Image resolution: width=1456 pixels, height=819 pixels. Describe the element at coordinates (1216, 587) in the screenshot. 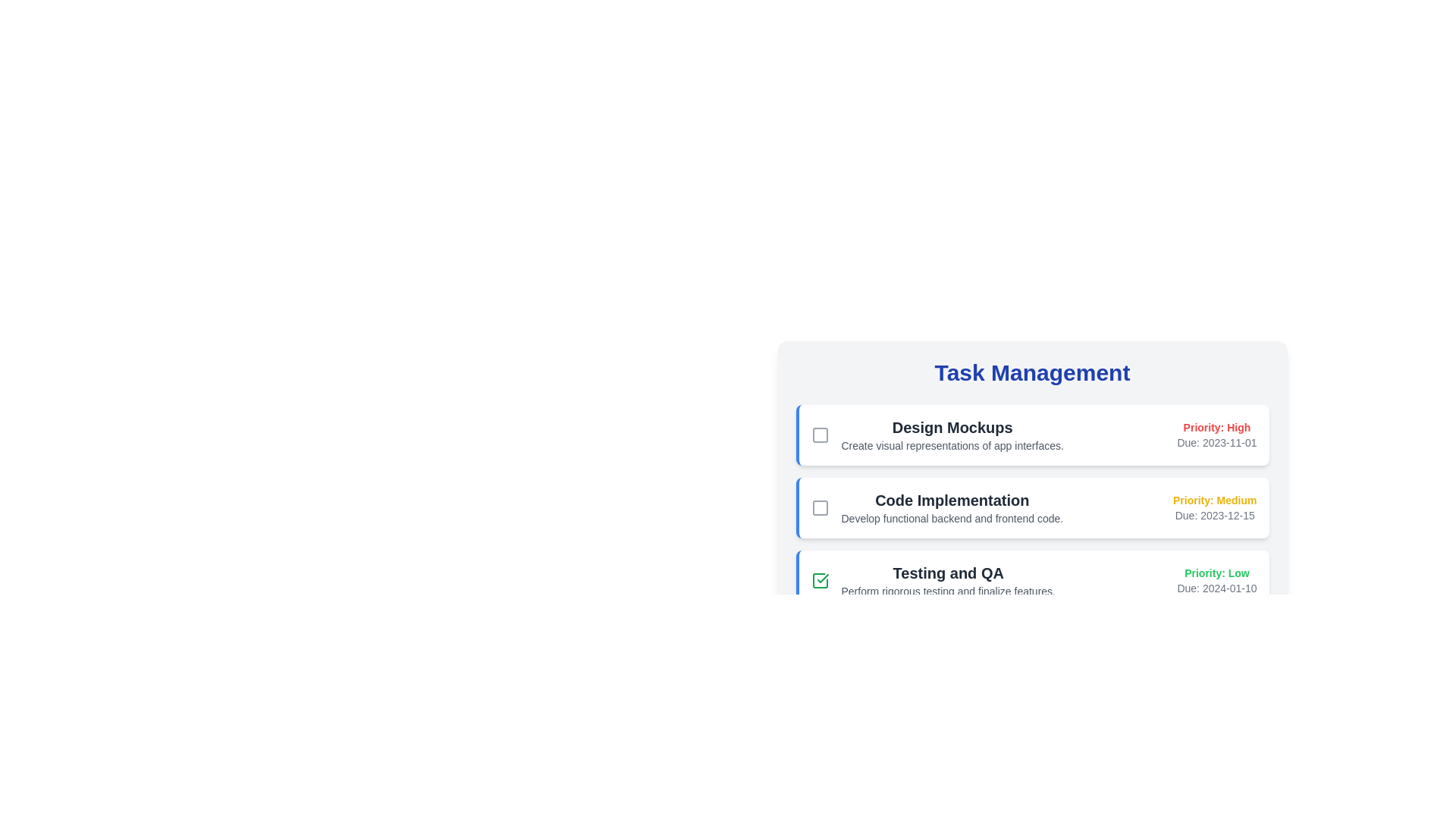

I see `the Text label displaying the due date for the 'Testing and QA' task, located at the bottom-right corner of the task card, beneath the 'Priority: Low' label` at that location.